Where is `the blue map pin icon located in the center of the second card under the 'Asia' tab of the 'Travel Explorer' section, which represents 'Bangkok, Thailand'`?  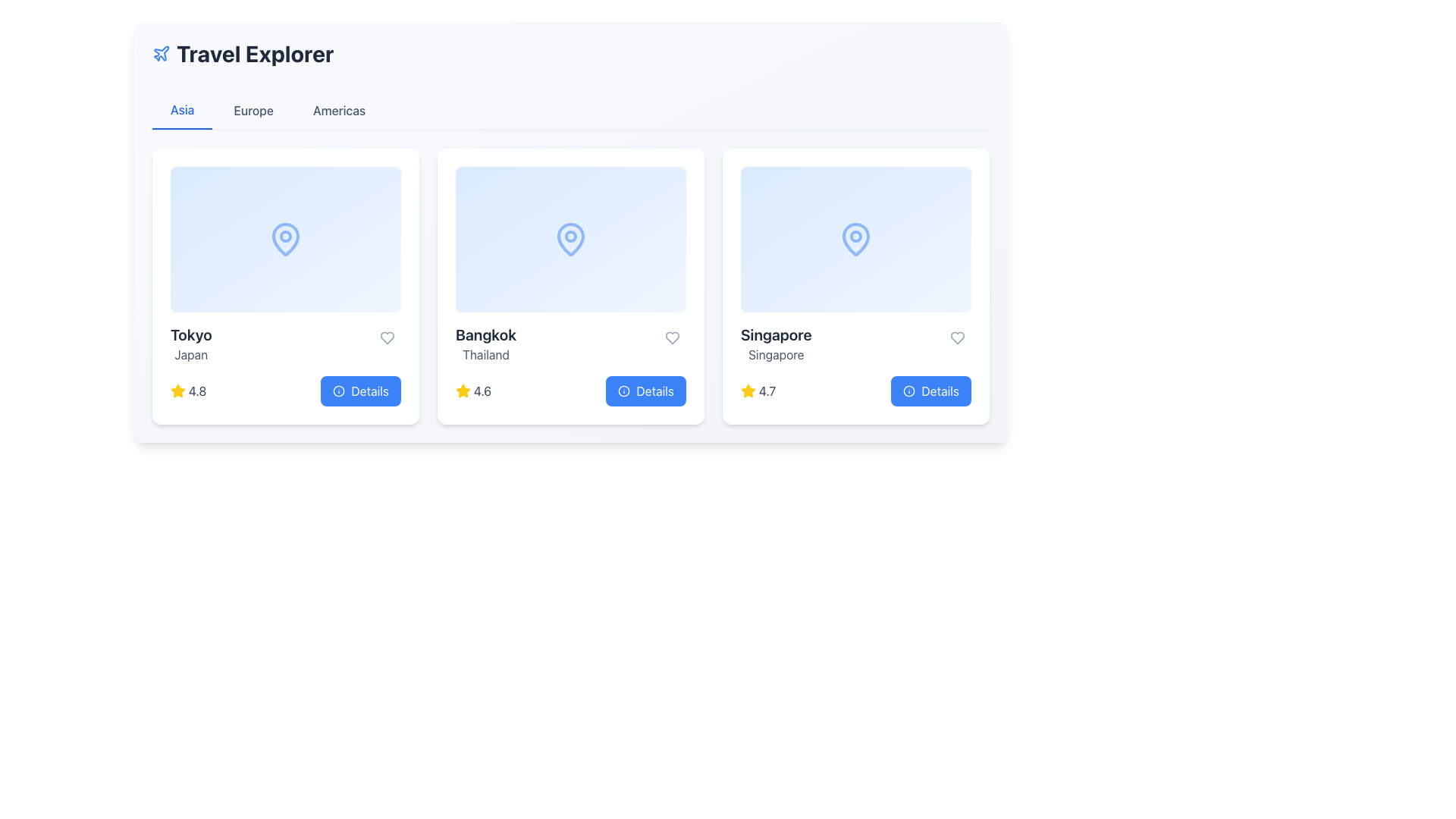 the blue map pin icon located in the center of the second card under the 'Asia' tab of the 'Travel Explorer' section, which represents 'Bangkok, Thailand' is located at coordinates (570, 239).